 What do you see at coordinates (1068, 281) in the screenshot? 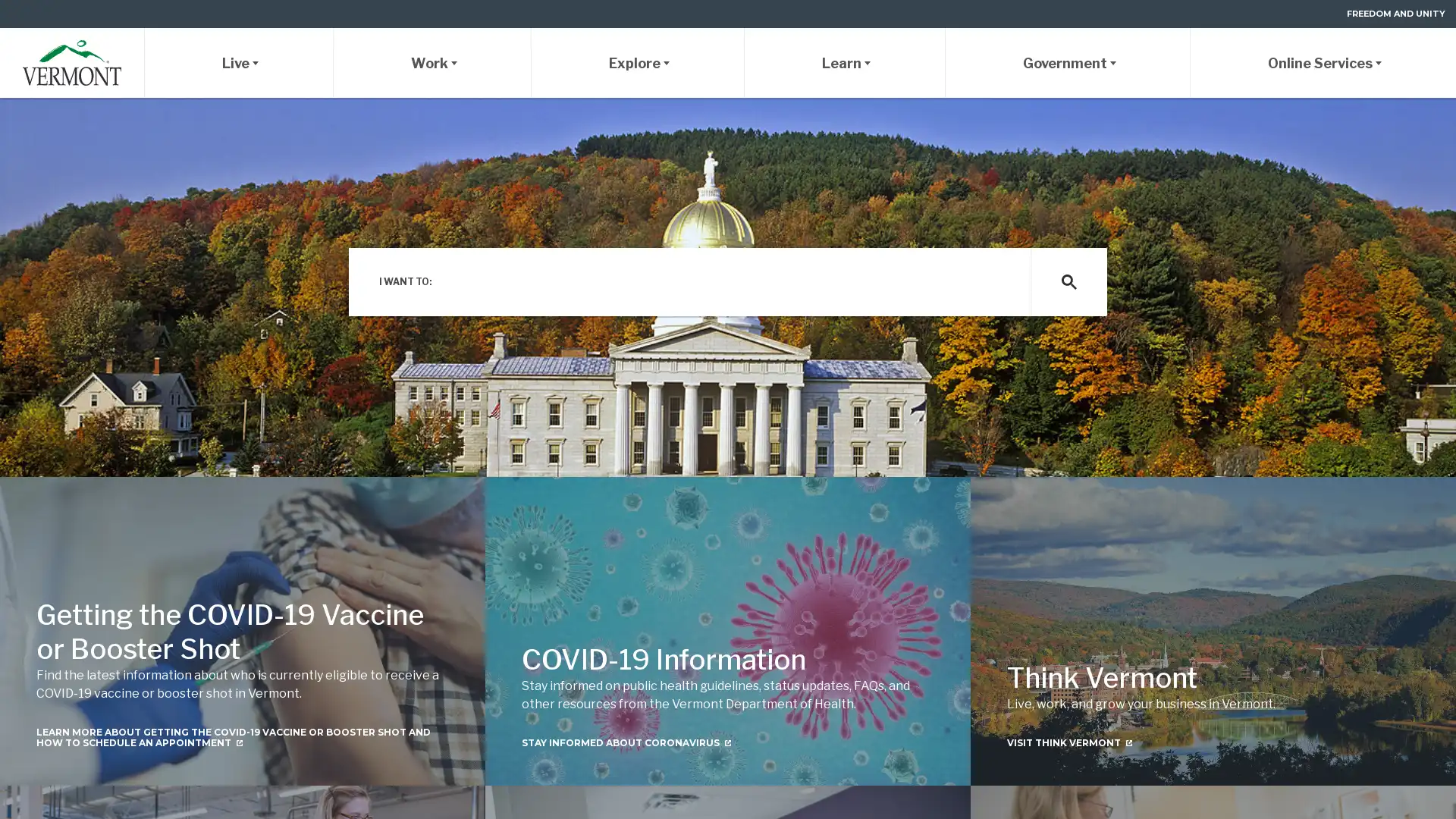
I see `search` at bounding box center [1068, 281].